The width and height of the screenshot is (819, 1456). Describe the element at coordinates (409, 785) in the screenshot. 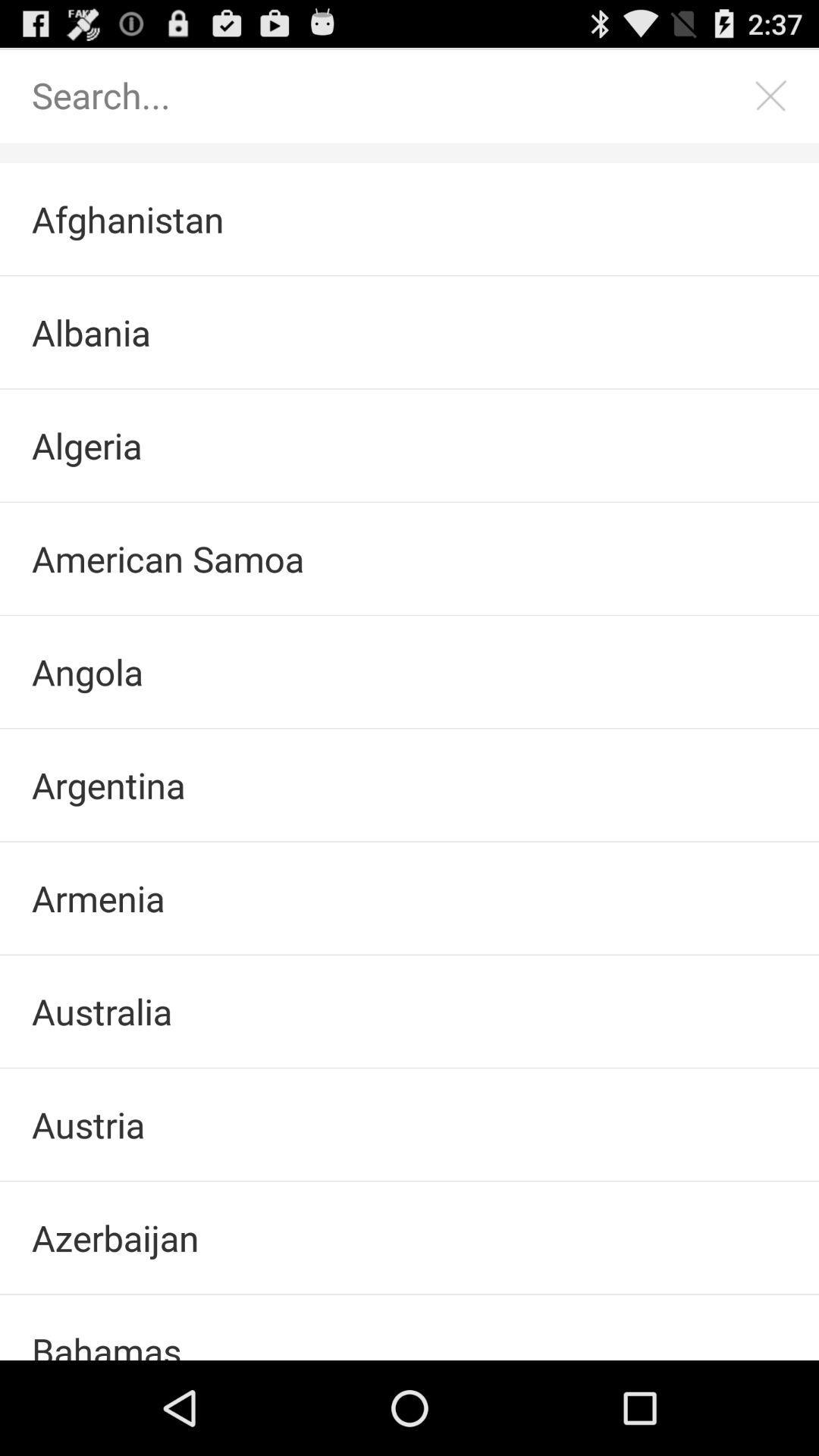

I see `argentina checkbox` at that location.